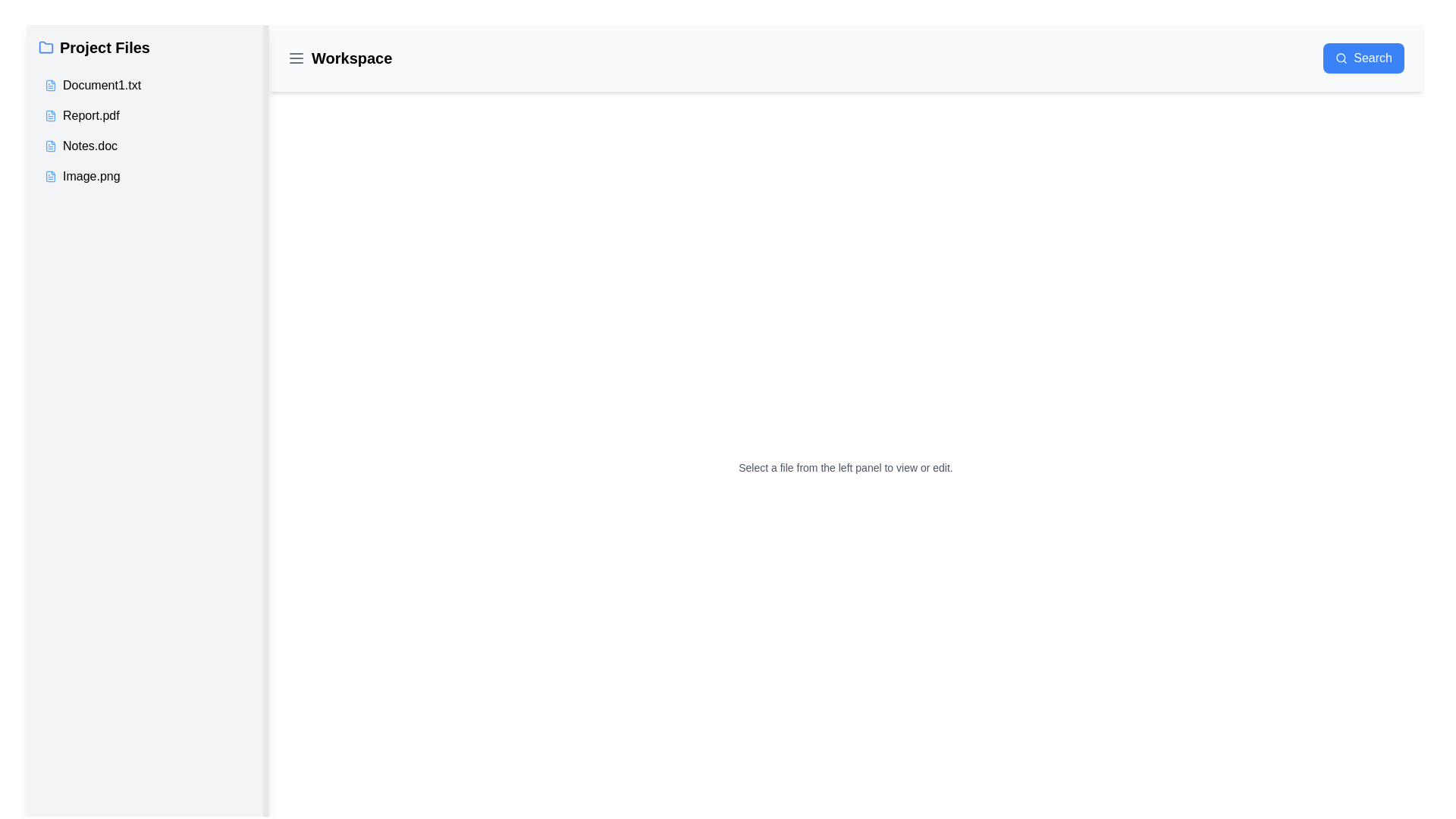 Image resolution: width=1456 pixels, height=819 pixels. What do you see at coordinates (338, 58) in the screenshot?
I see `the 'Workspace' text label, which serves as a visual indicator for the current context in the header panel` at bounding box center [338, 58].